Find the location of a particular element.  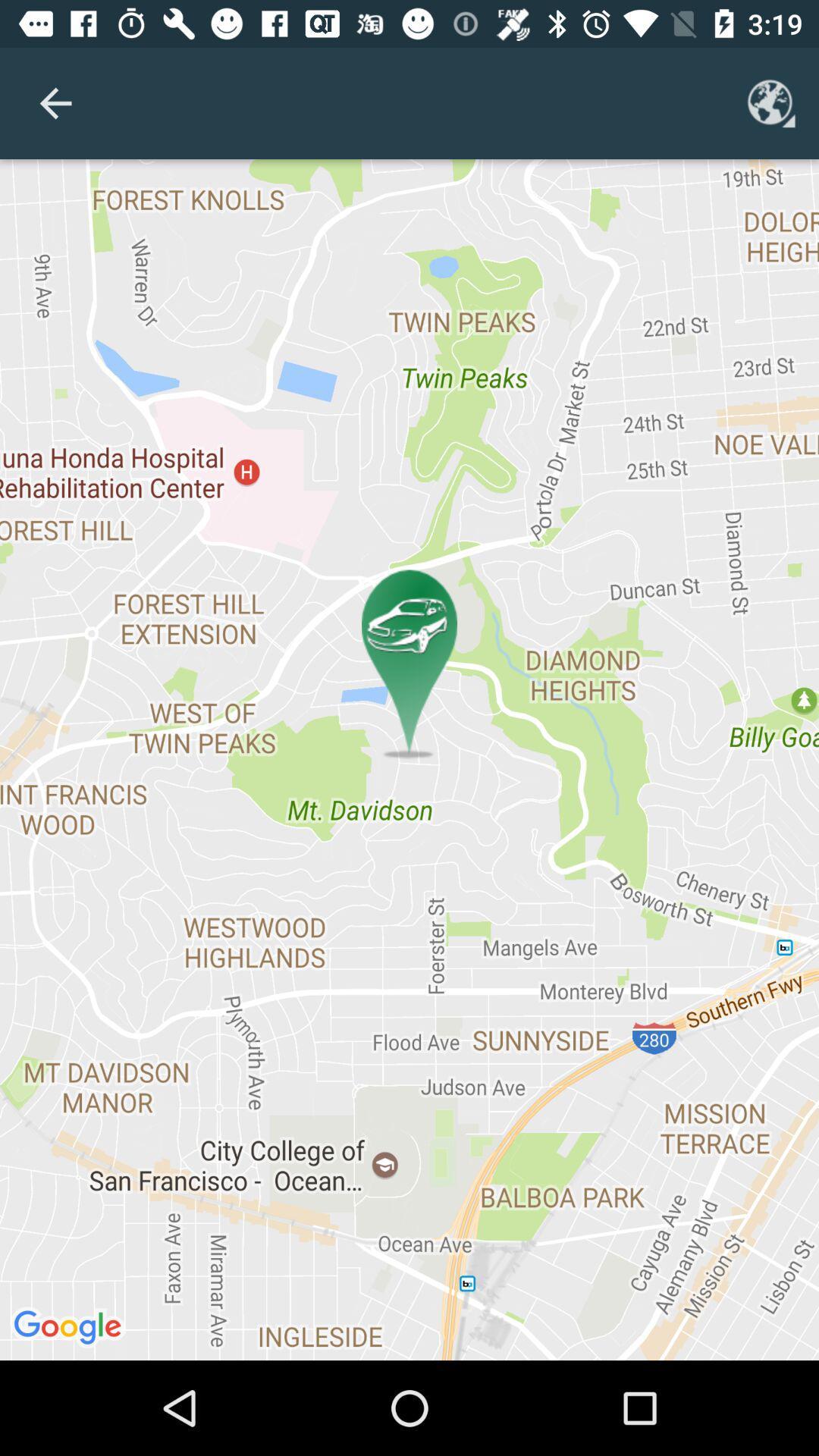

item at the top left corner is located at coordinates (55, 102).